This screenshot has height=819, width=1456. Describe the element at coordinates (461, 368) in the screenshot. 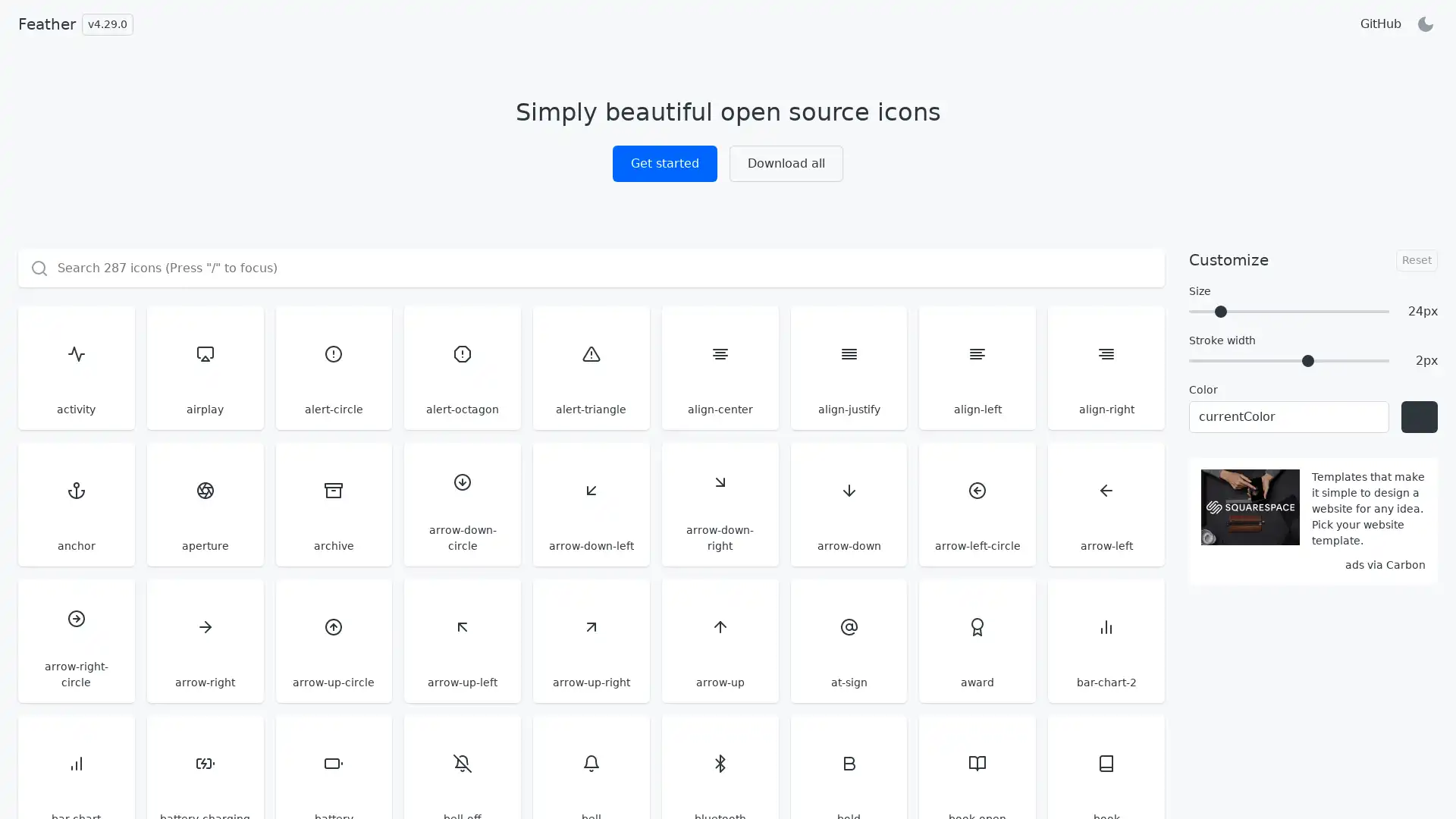

I see `alert-octagon` at that location.